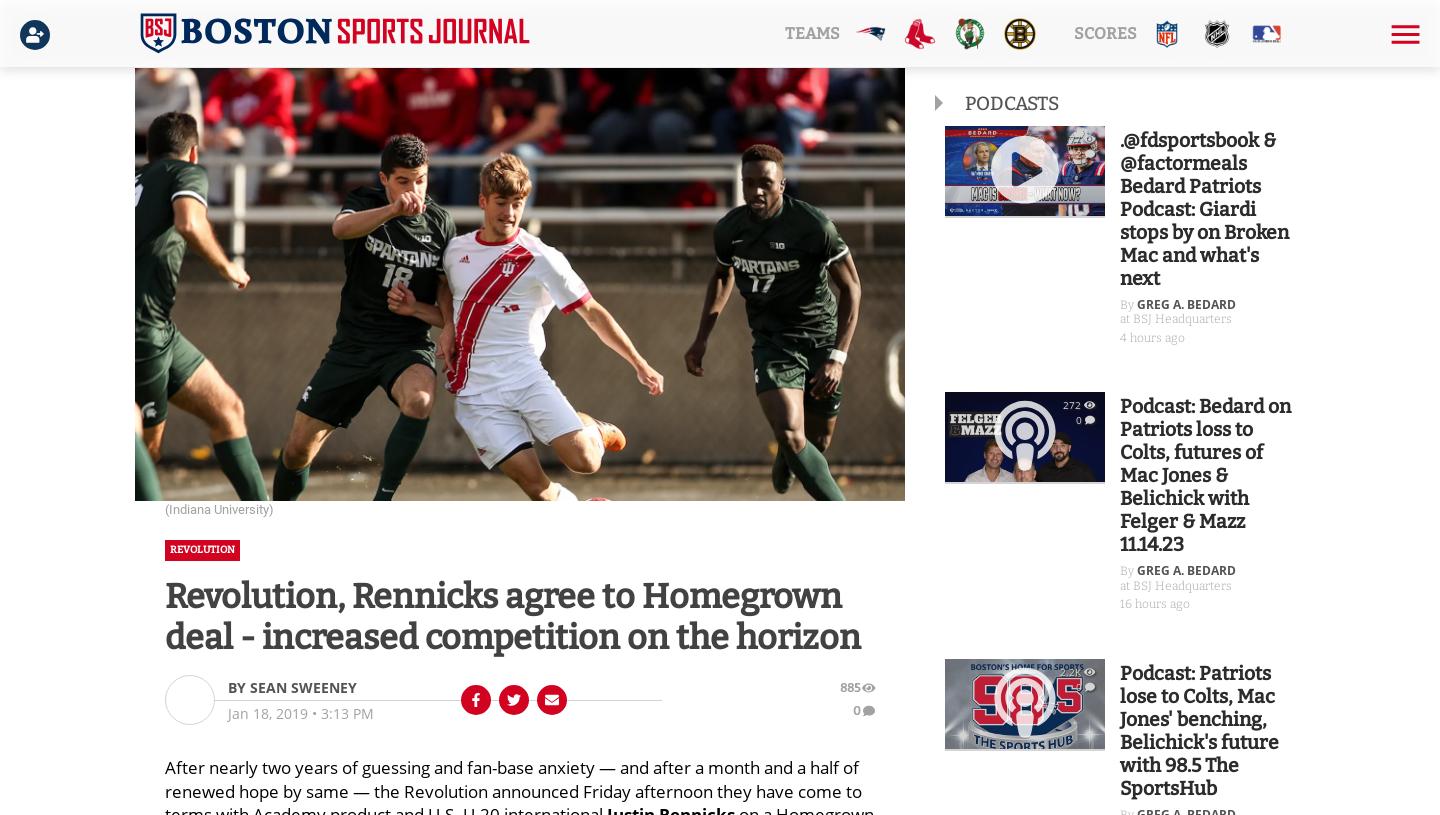 The image size is (1440, 815). What do you see at coordinates (1204, 475) in the screenshot?
I see `'Podcast: Bedard on Patriots loss to Colts, futures of Mac Jones & Belichick with Felger & Mazz 11.14.23'` at bounding box center [1204, 475].